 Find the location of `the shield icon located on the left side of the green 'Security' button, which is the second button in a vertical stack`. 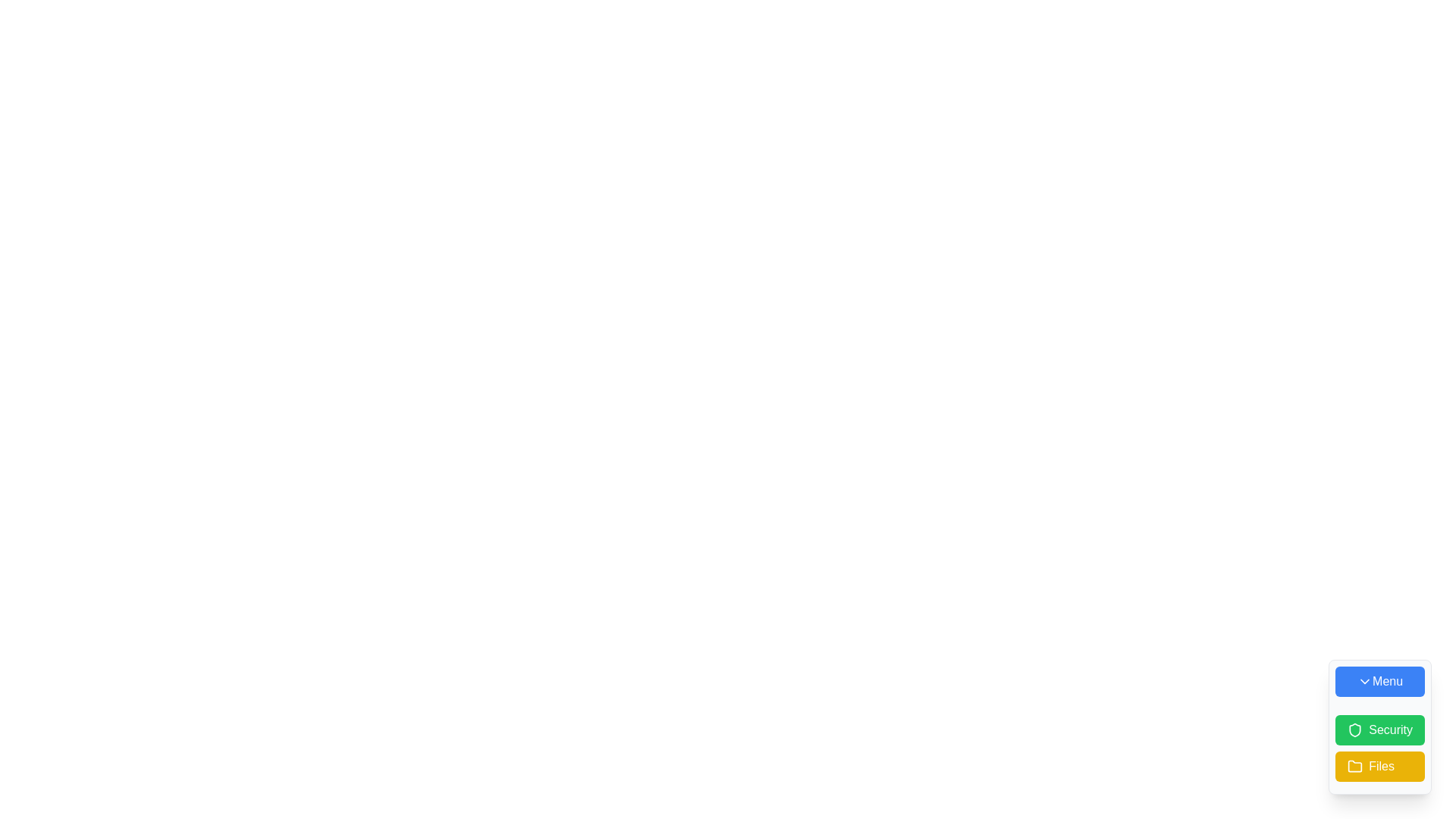

the shield icon located on the left side of the green 'Security' button, which is the second button in a vertical stack is located at coordinates (1355, 730).